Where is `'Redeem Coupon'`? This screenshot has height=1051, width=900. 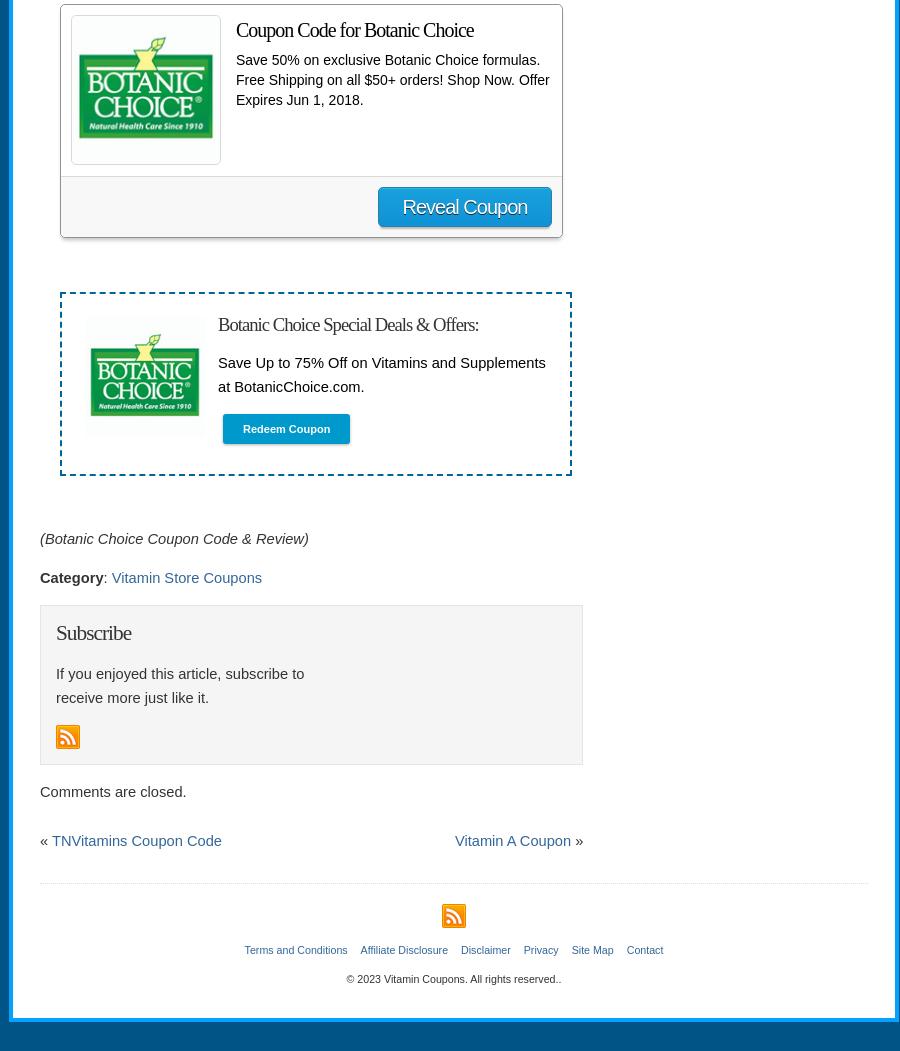
'Redeem Coupon' is located at coordinates (285, 429).